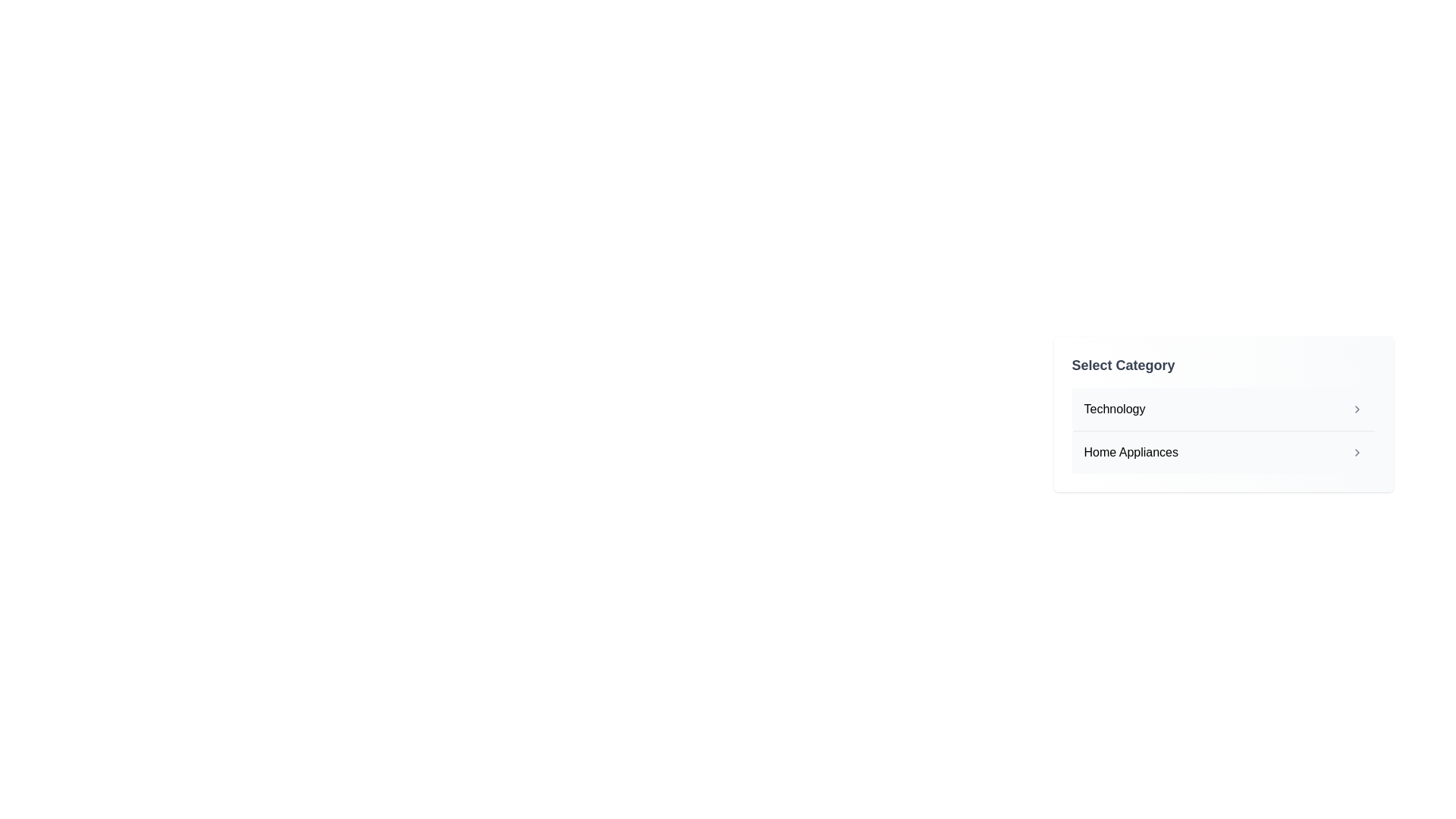  I want to click on the 'Home Appliances' label, which is styled in a simple sans-serif font and is the second option in the menu under 'Select Category', so click(1131, 452).